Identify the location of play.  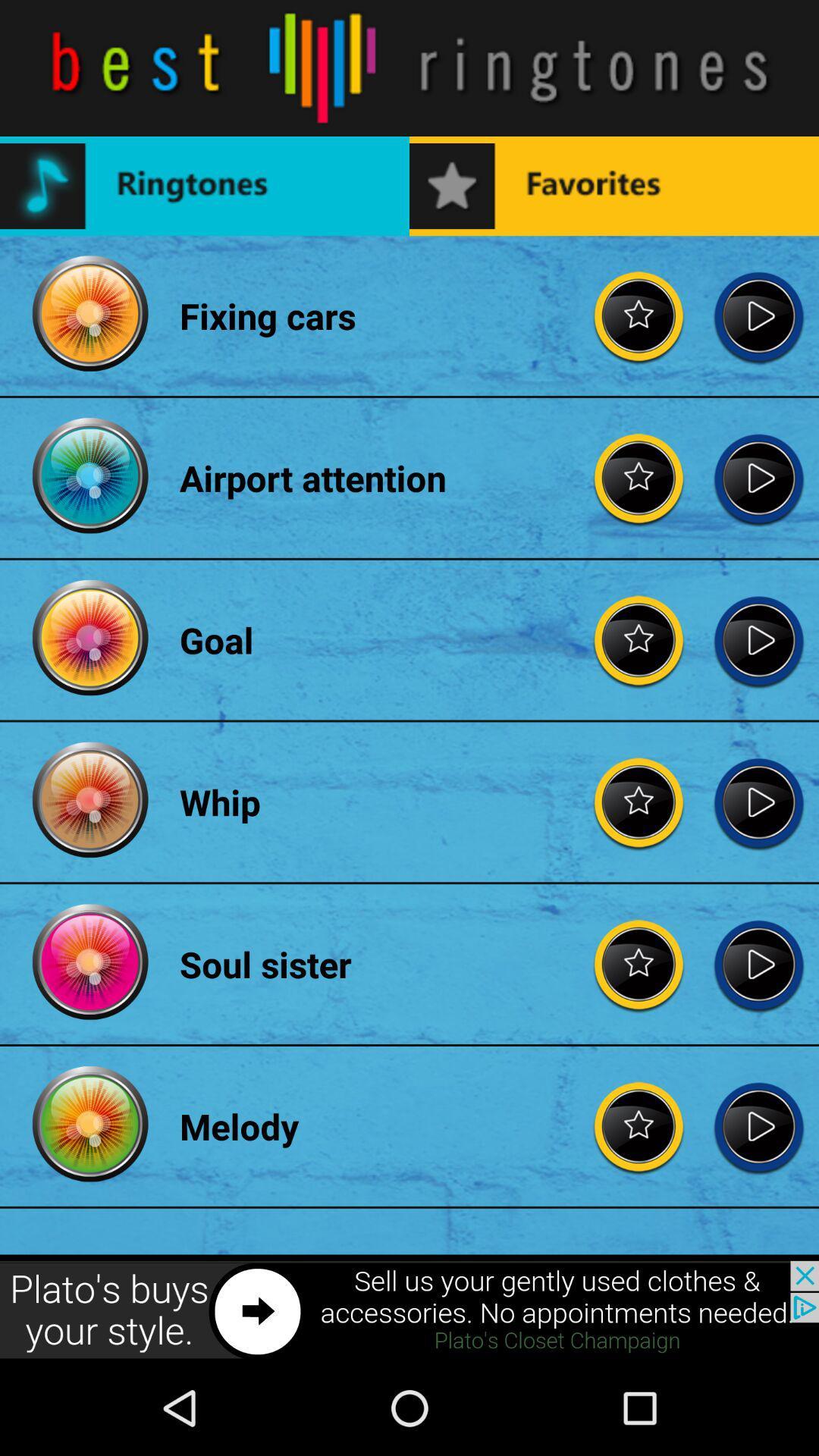
(758, 477).